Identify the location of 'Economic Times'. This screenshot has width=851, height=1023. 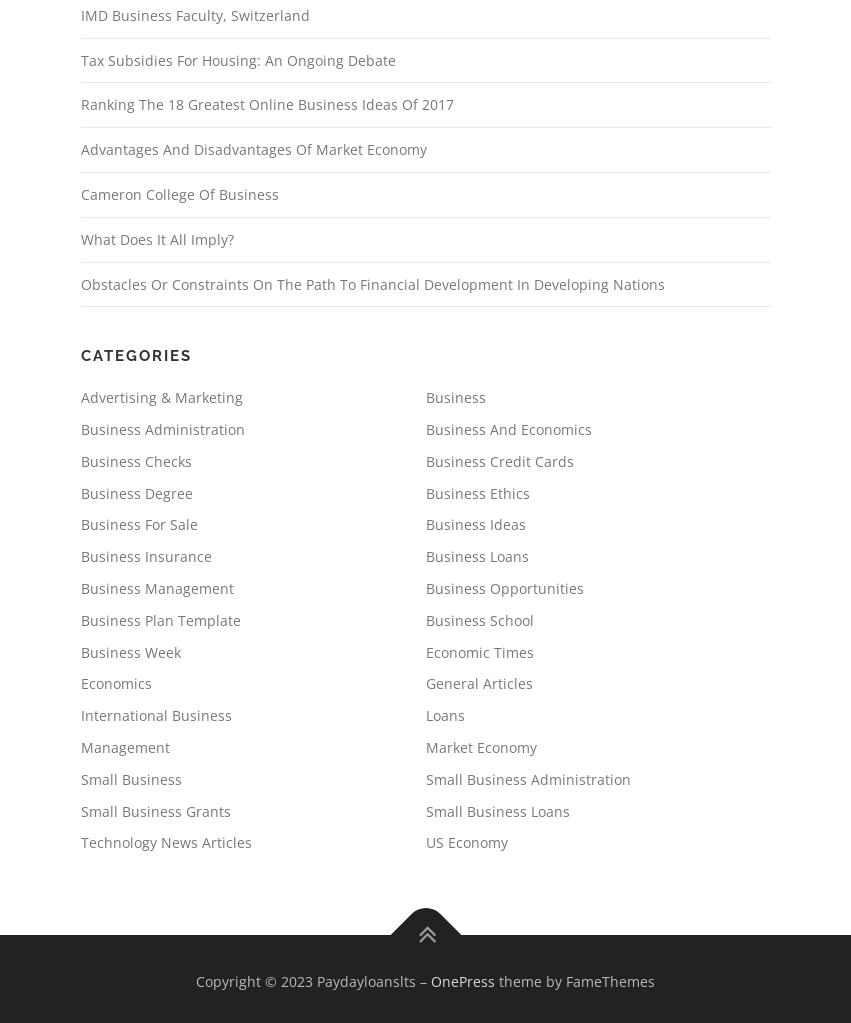
(478, 651).